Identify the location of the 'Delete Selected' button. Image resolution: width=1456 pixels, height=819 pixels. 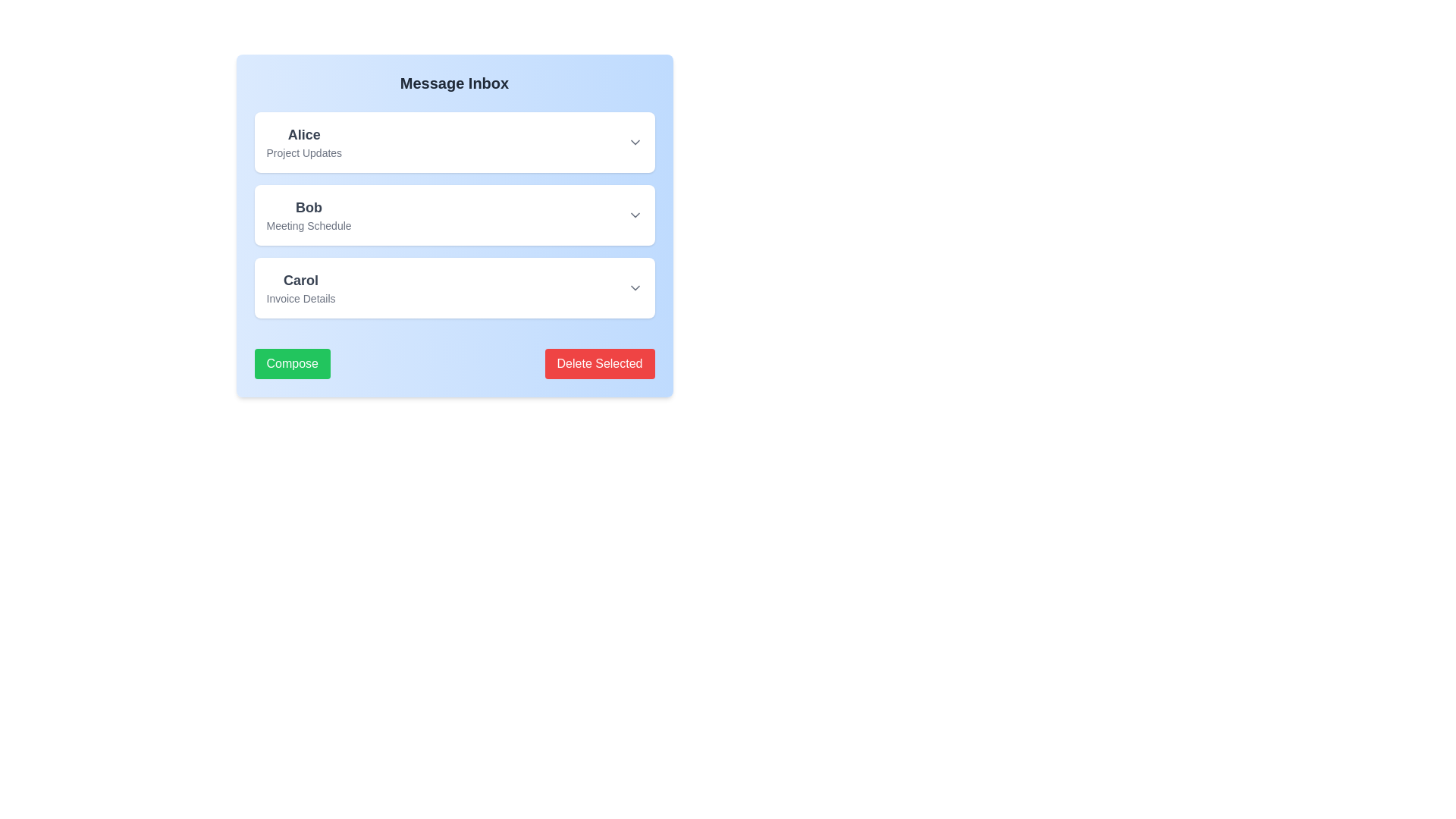
(599, 363).